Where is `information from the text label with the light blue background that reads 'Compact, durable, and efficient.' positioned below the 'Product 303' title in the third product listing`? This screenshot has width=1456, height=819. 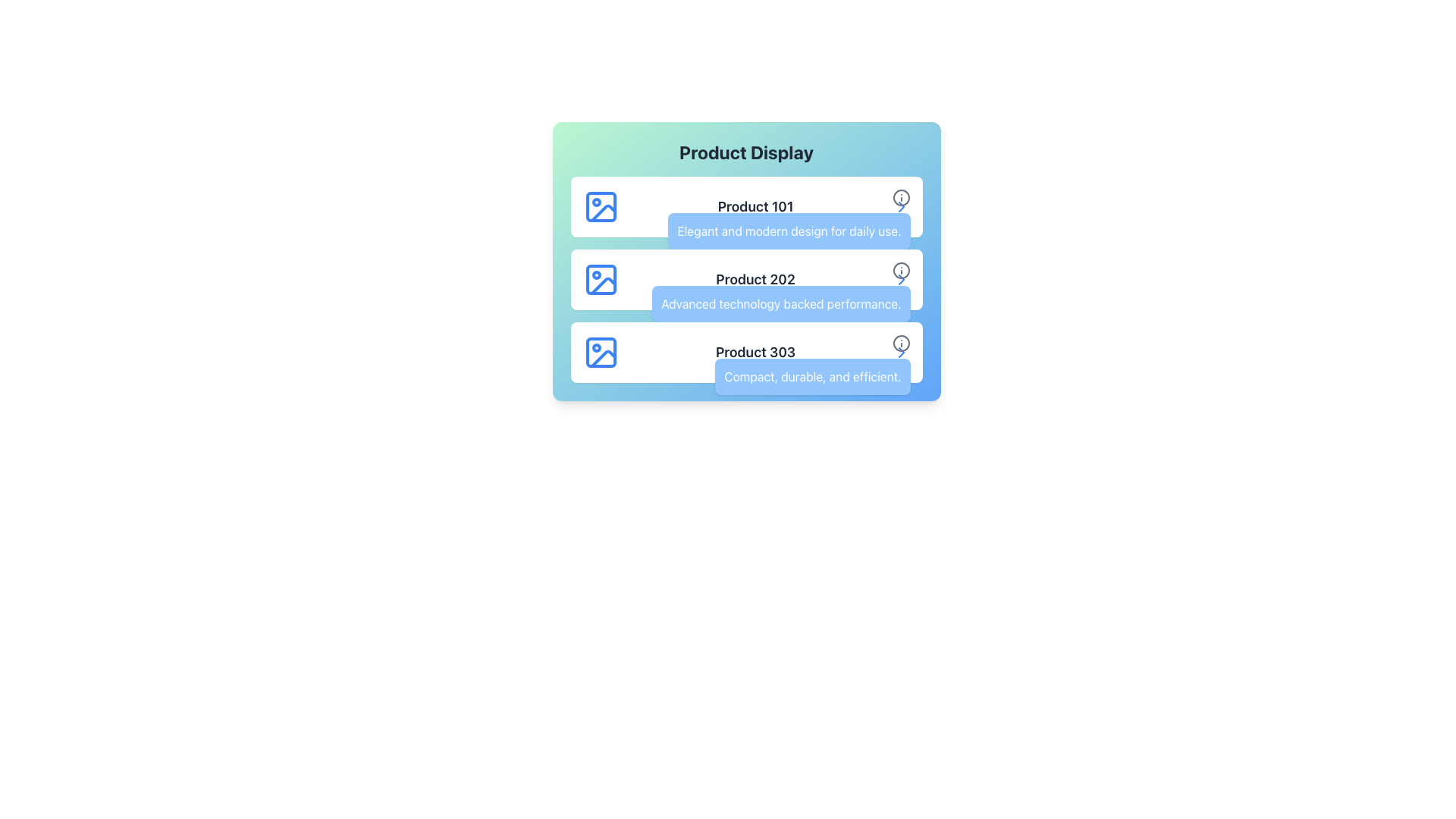
information from the text label with the light blue background that reads 'Compact, durable, and efficient.' positioned below the 'Product 303' title in the third product listing is located at coordinates (811, 376).